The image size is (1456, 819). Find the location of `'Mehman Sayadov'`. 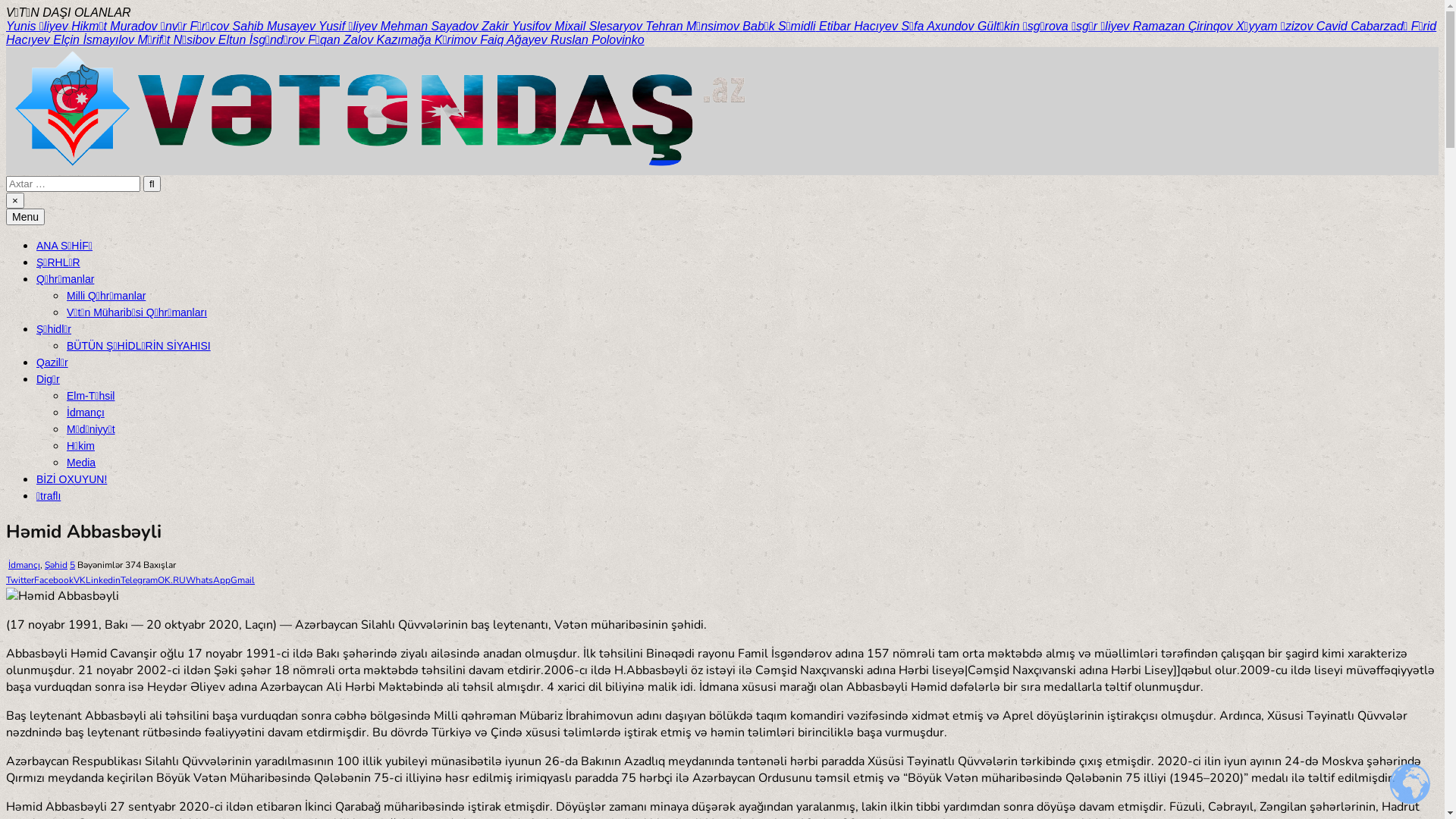

'Mehman Sayadov' is located at coordinates (381, 26).